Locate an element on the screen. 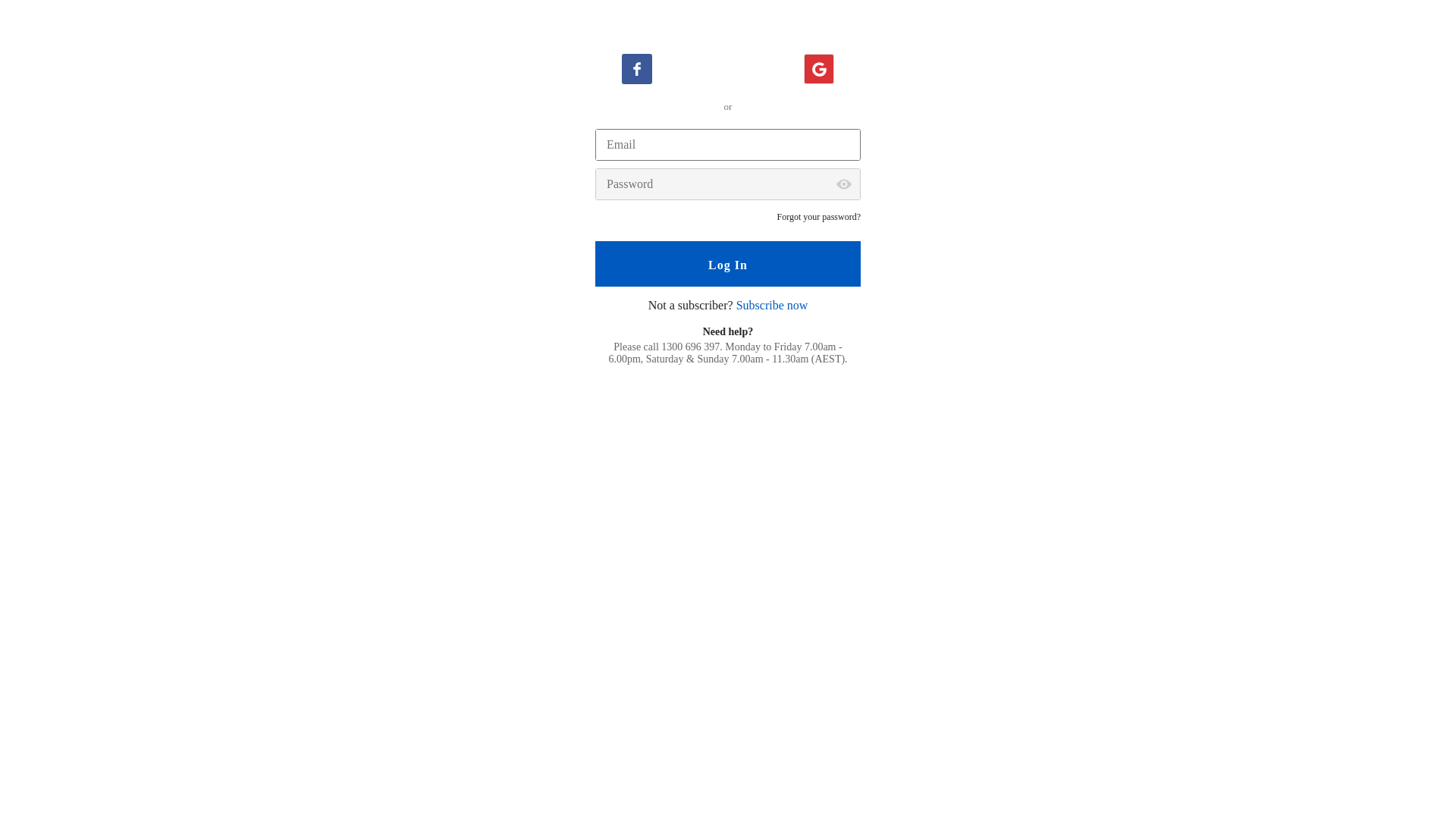  'Subscribe now' is located at coordinates (772, 305).